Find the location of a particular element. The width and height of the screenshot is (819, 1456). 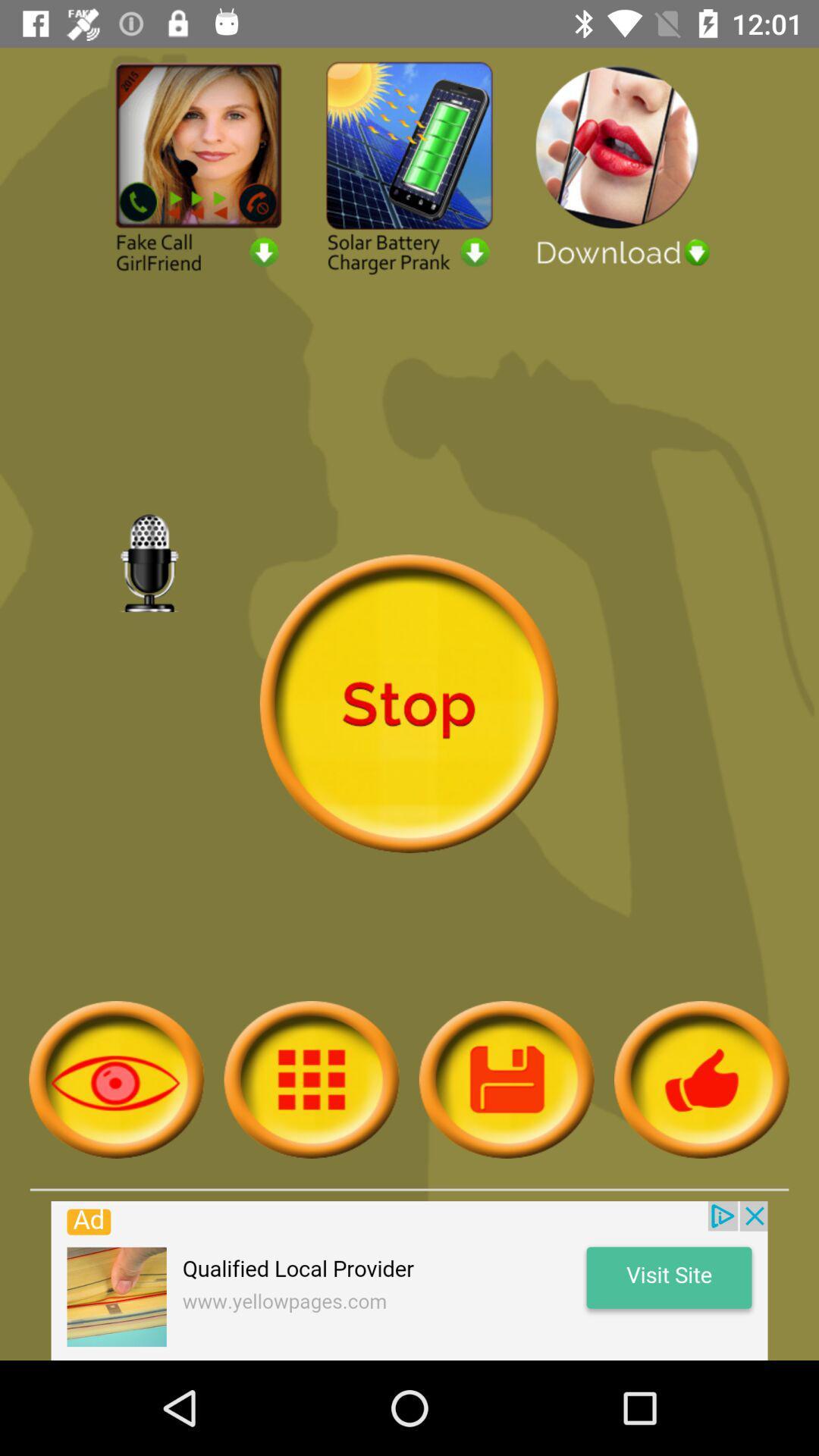

advertisement is located at coordinates (409, 166).